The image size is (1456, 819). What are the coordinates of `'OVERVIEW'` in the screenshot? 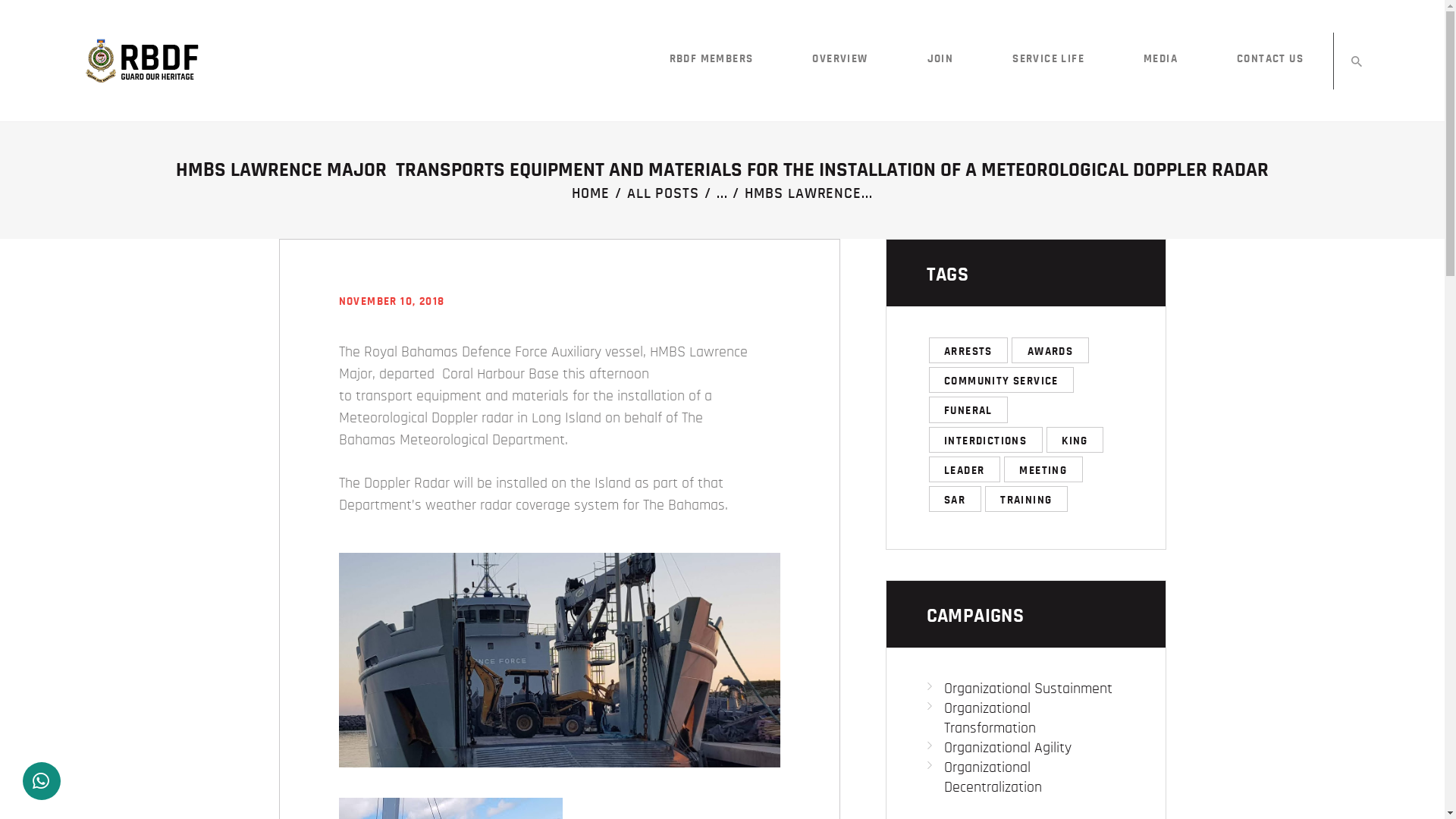 It's located at (839, 58).